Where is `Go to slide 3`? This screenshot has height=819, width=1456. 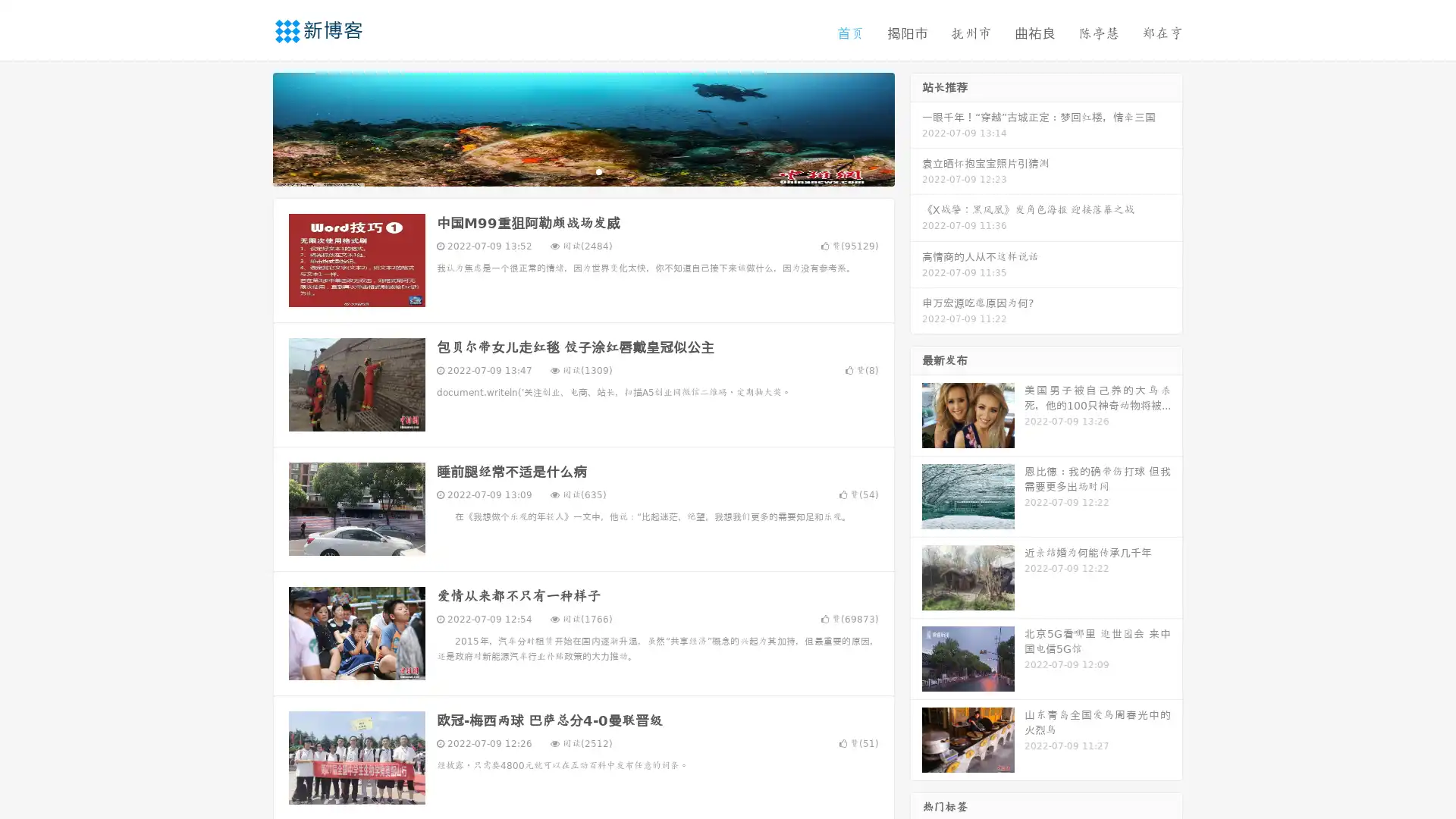
Go to slide 3 is located at coordinates (598, 171).